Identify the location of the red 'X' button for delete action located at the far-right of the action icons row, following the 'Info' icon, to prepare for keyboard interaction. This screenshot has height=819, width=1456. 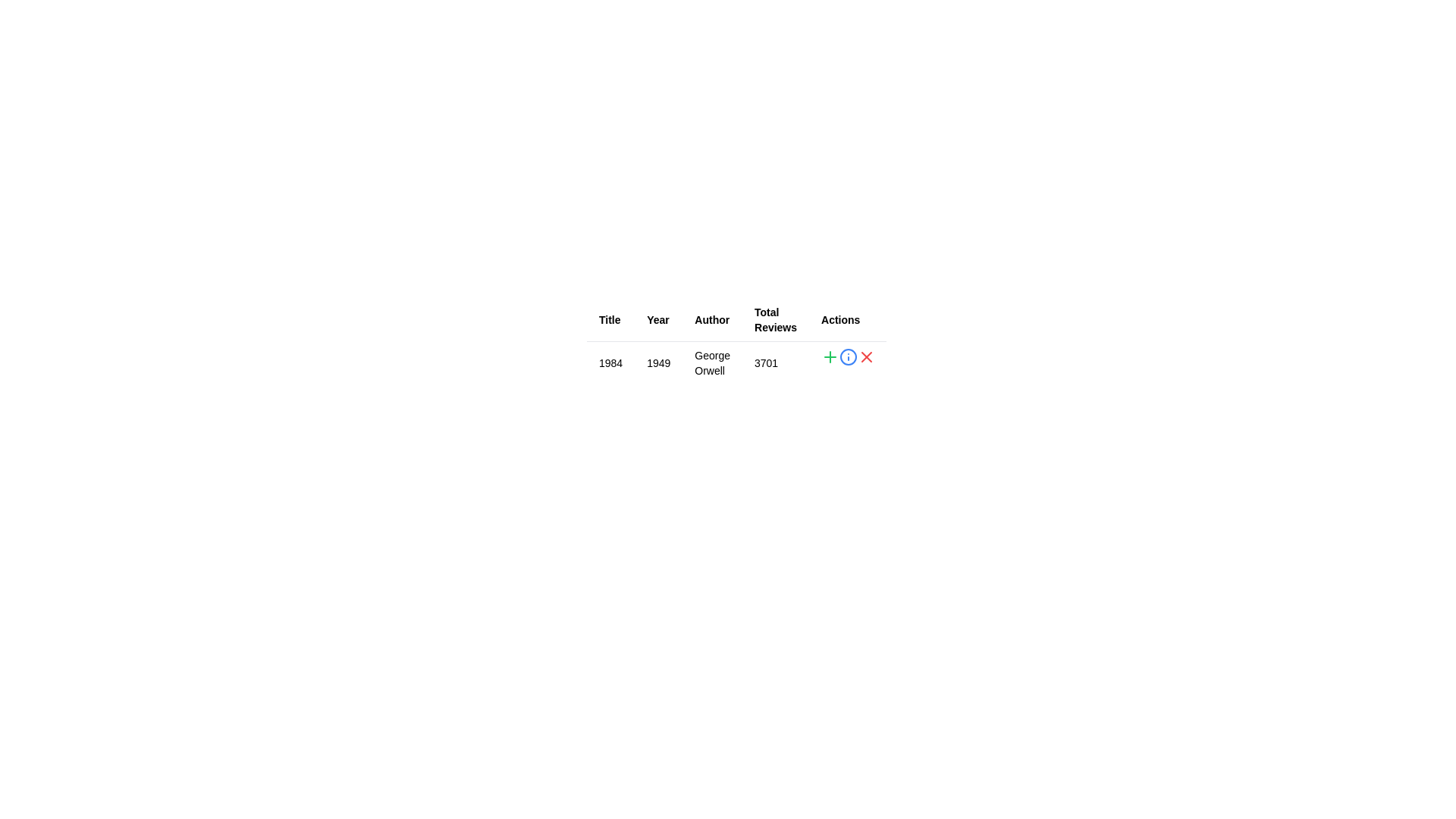
(866, 356).